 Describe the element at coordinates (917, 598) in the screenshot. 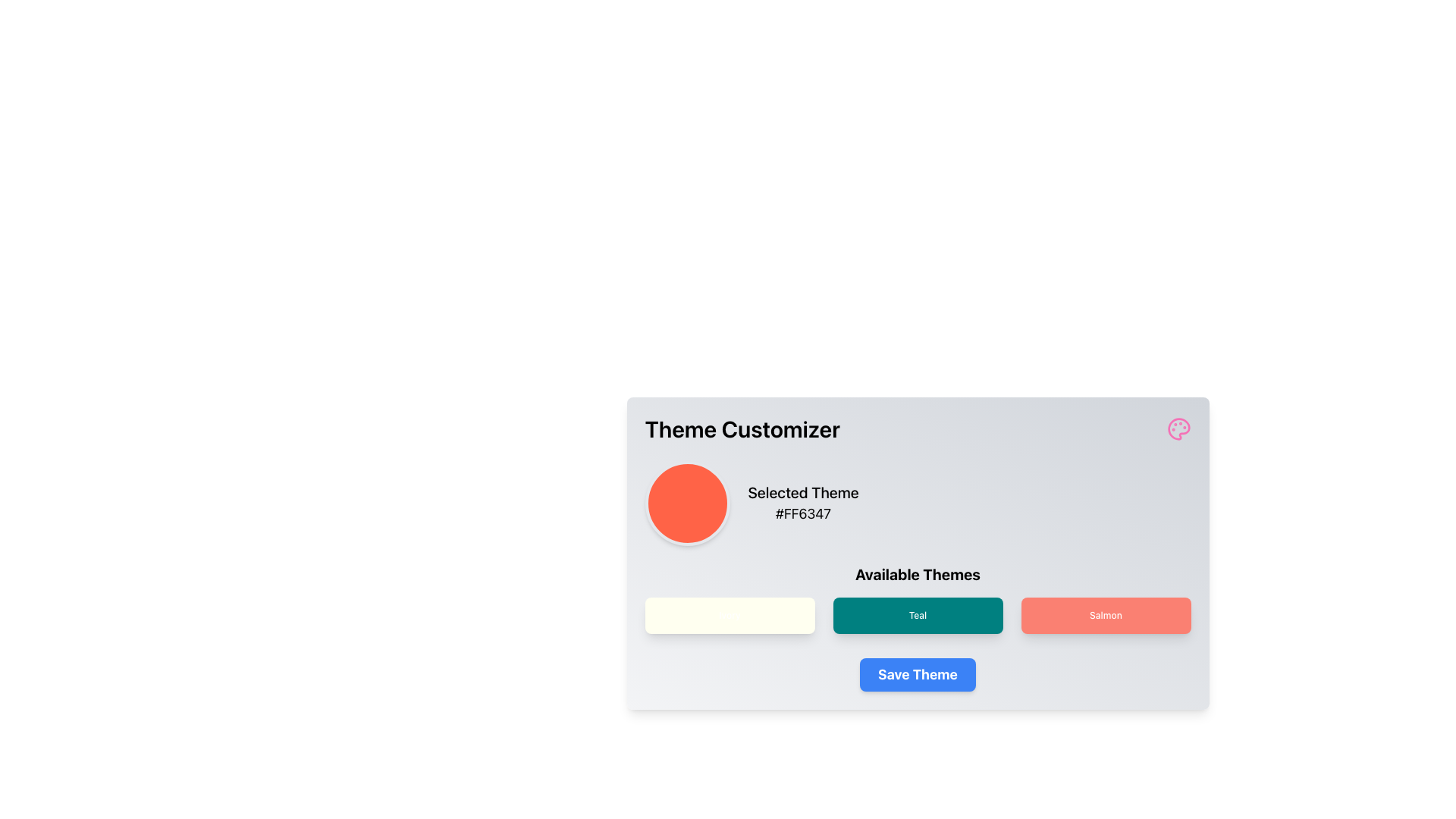

I see `the middle button representing the theme color 'Teal' under the header 'Available Themes'` at that location.